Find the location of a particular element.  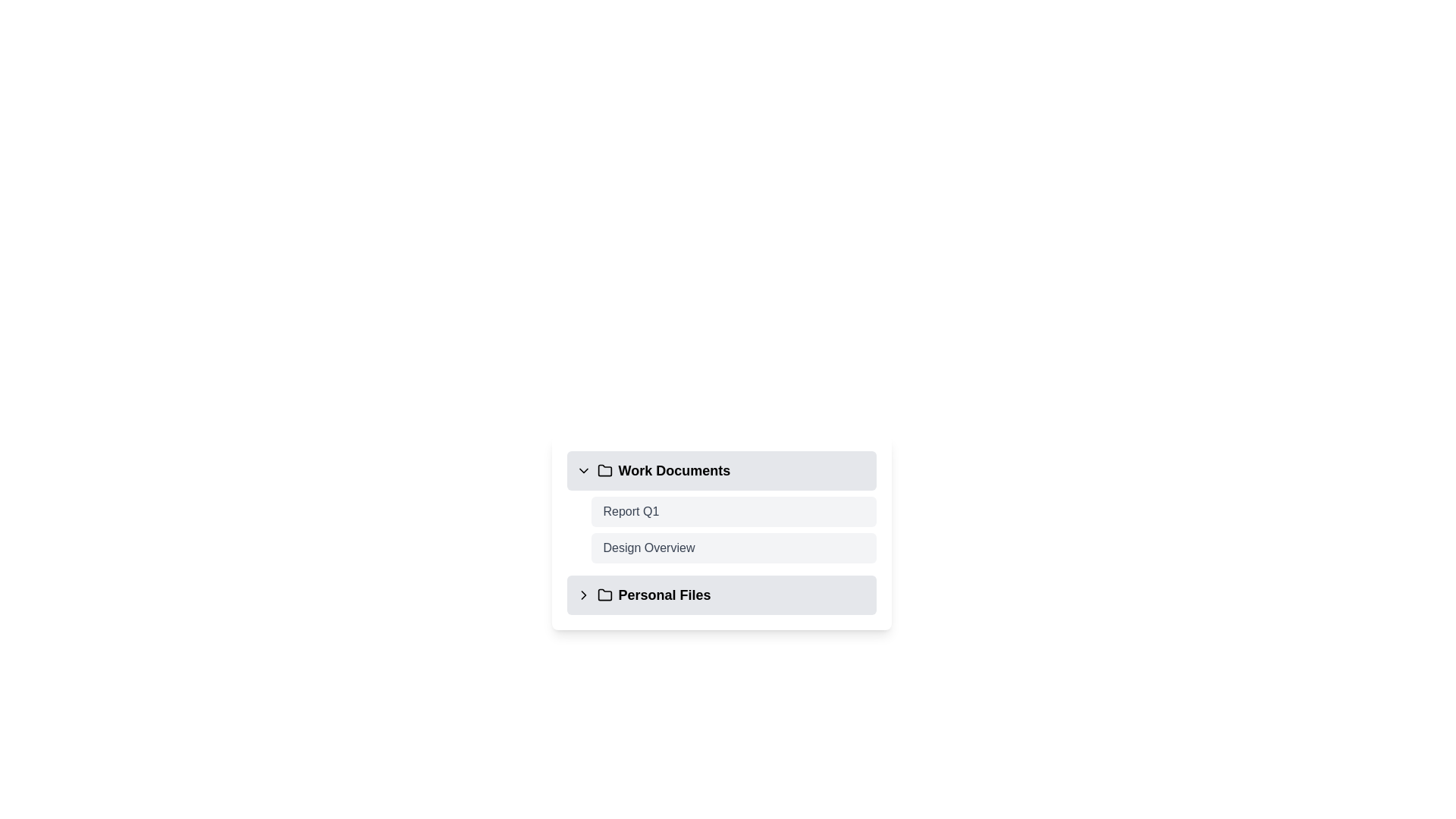

the 'Report Q1' label, which is styled with a small font size and gray color, located in the 'Work Documents' dropdown section is located at coordinates (631, 512).